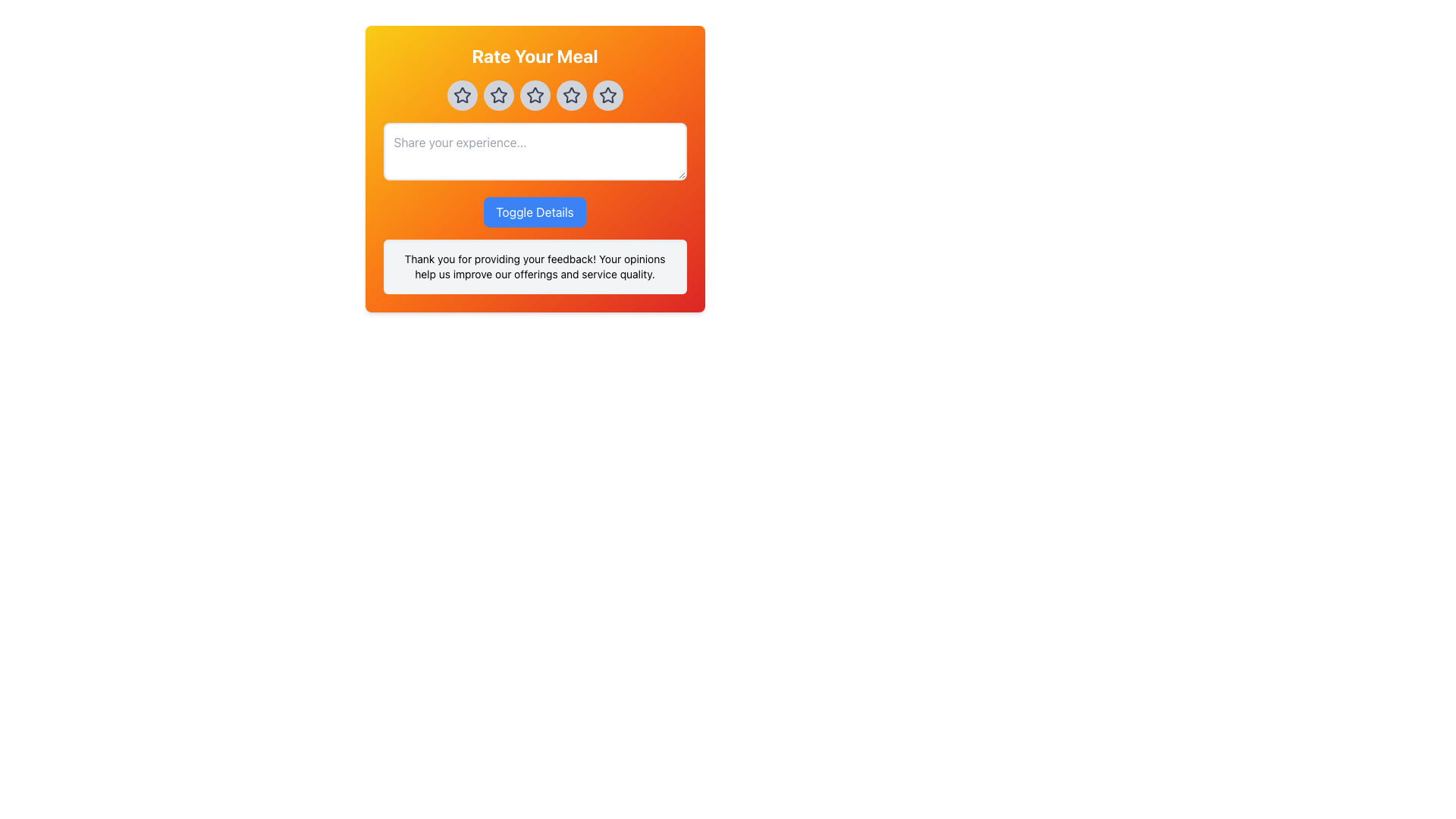 The image size is (1456, 819). I want to click on the first circular button with a light gray background and hollow star icon, so click(461, 96).